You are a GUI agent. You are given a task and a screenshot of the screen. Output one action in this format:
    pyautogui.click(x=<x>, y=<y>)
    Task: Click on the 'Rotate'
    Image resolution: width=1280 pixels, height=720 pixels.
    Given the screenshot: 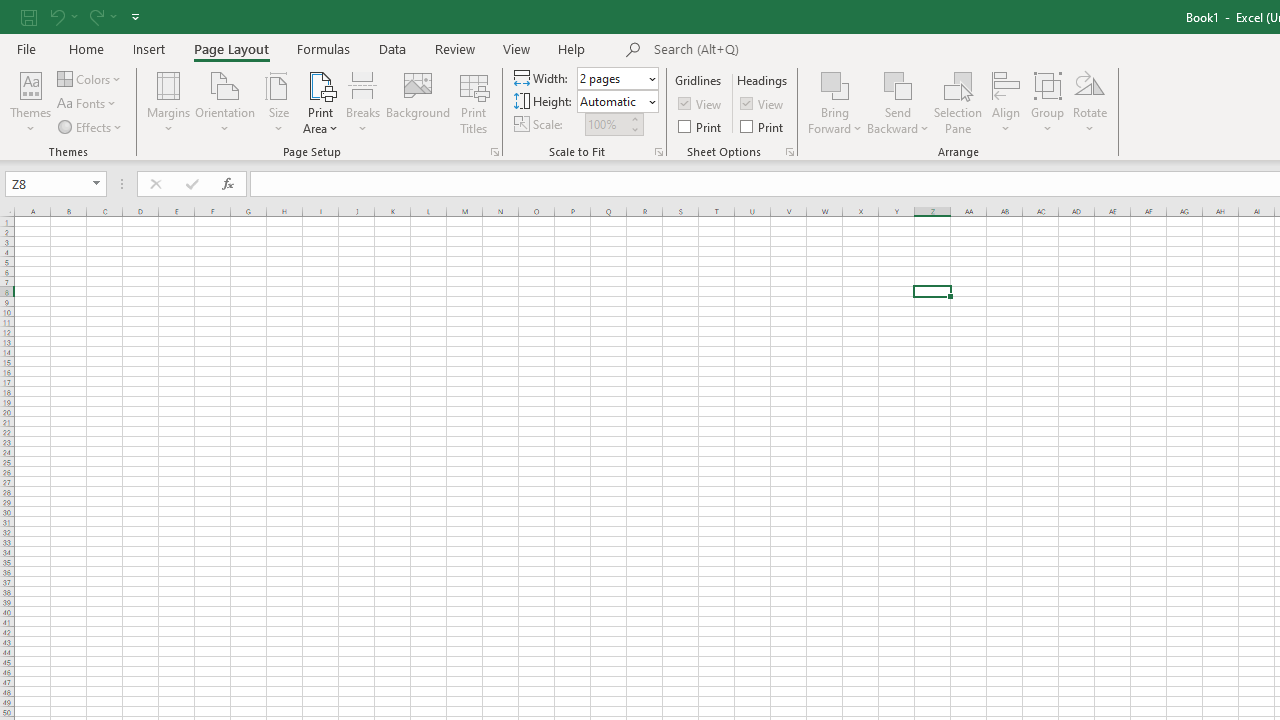 What is the action you would take?
    pyautogui.click(x=1088, y=103)
    